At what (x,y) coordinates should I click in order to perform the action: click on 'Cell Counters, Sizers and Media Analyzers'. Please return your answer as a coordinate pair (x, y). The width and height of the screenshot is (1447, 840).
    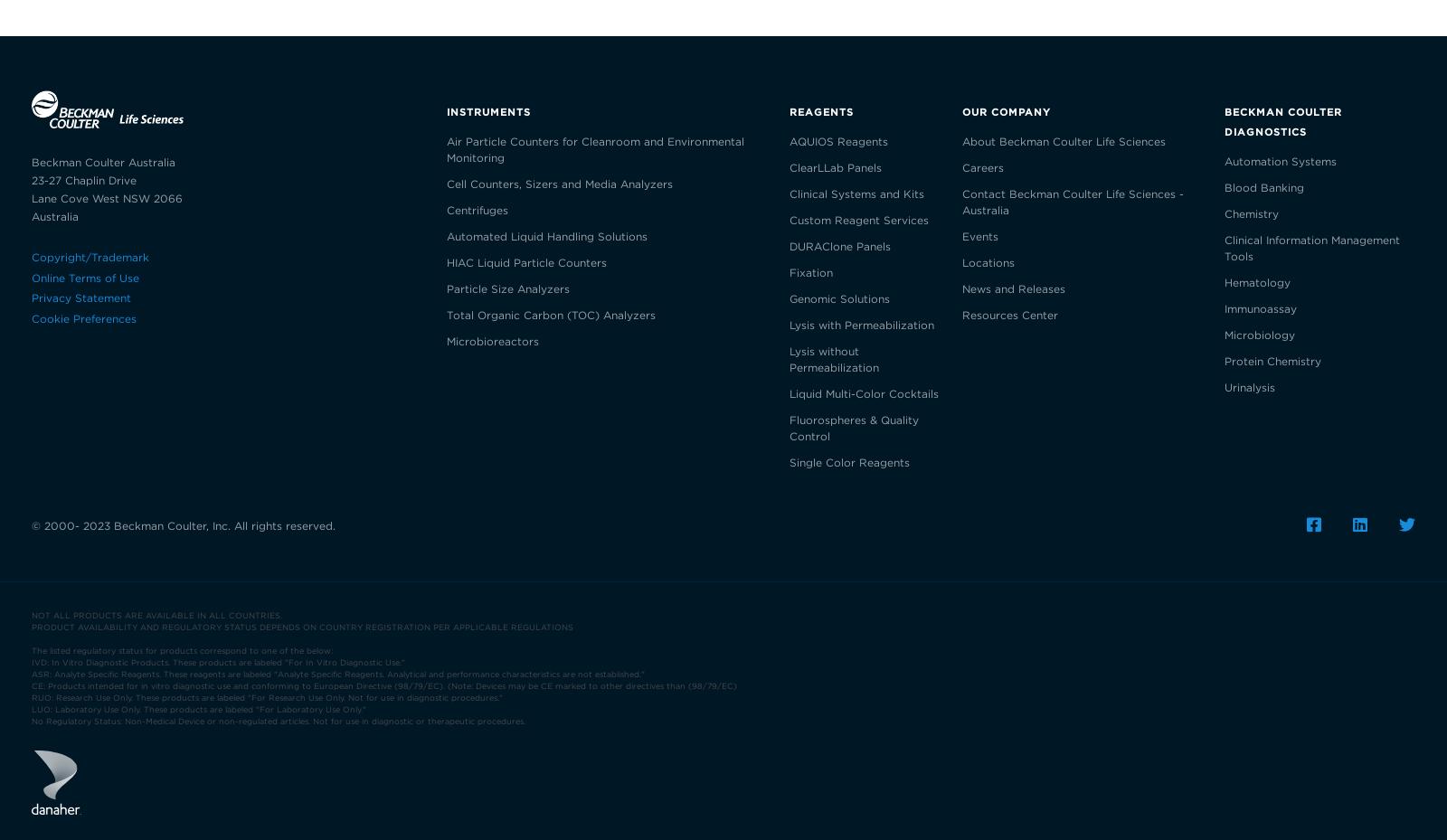
    Looking at the image, I should click on (446, 182).